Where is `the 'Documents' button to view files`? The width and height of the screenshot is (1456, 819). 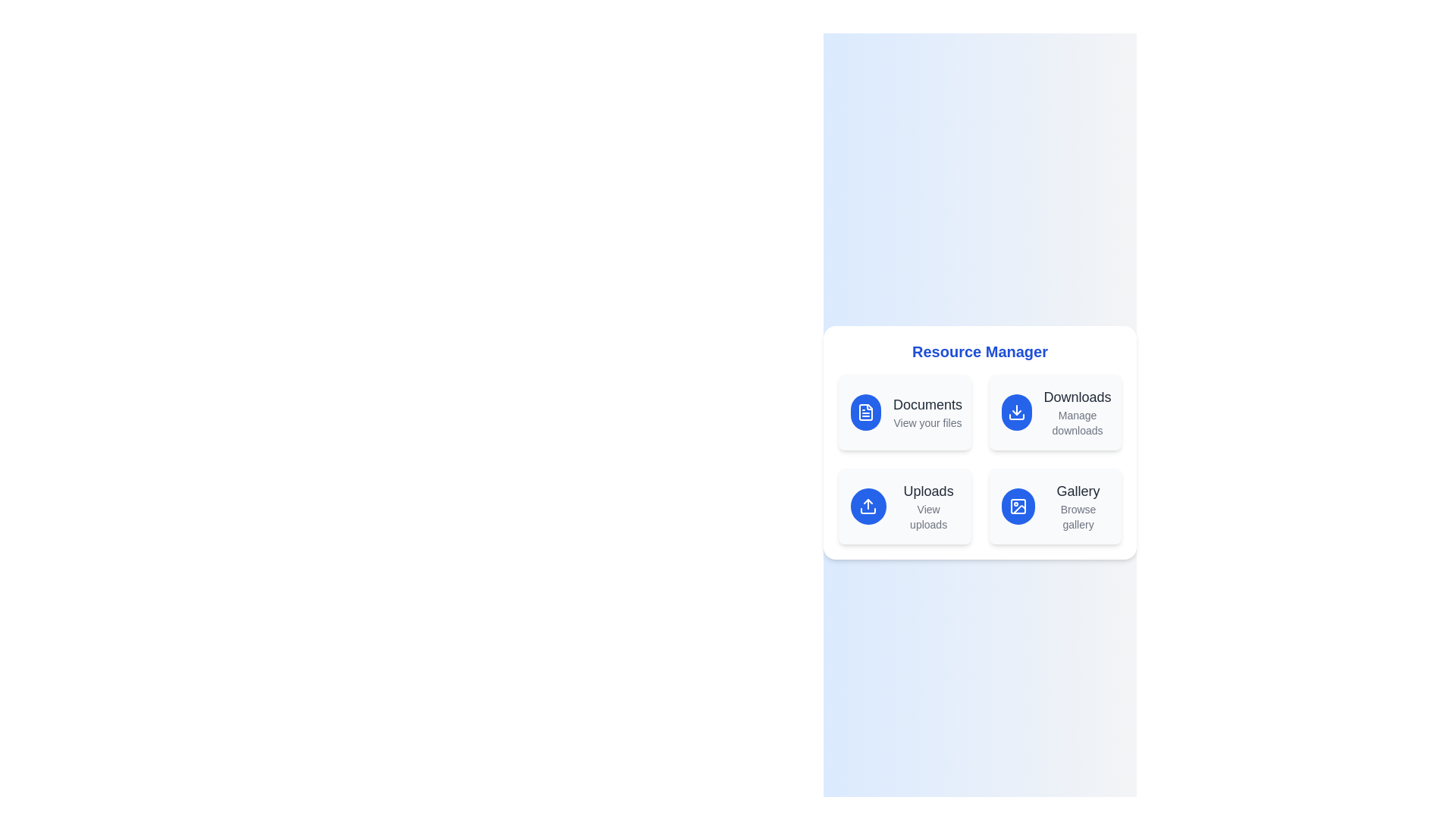 the 'Documents' button to view files is located at coordinates (905, 412).